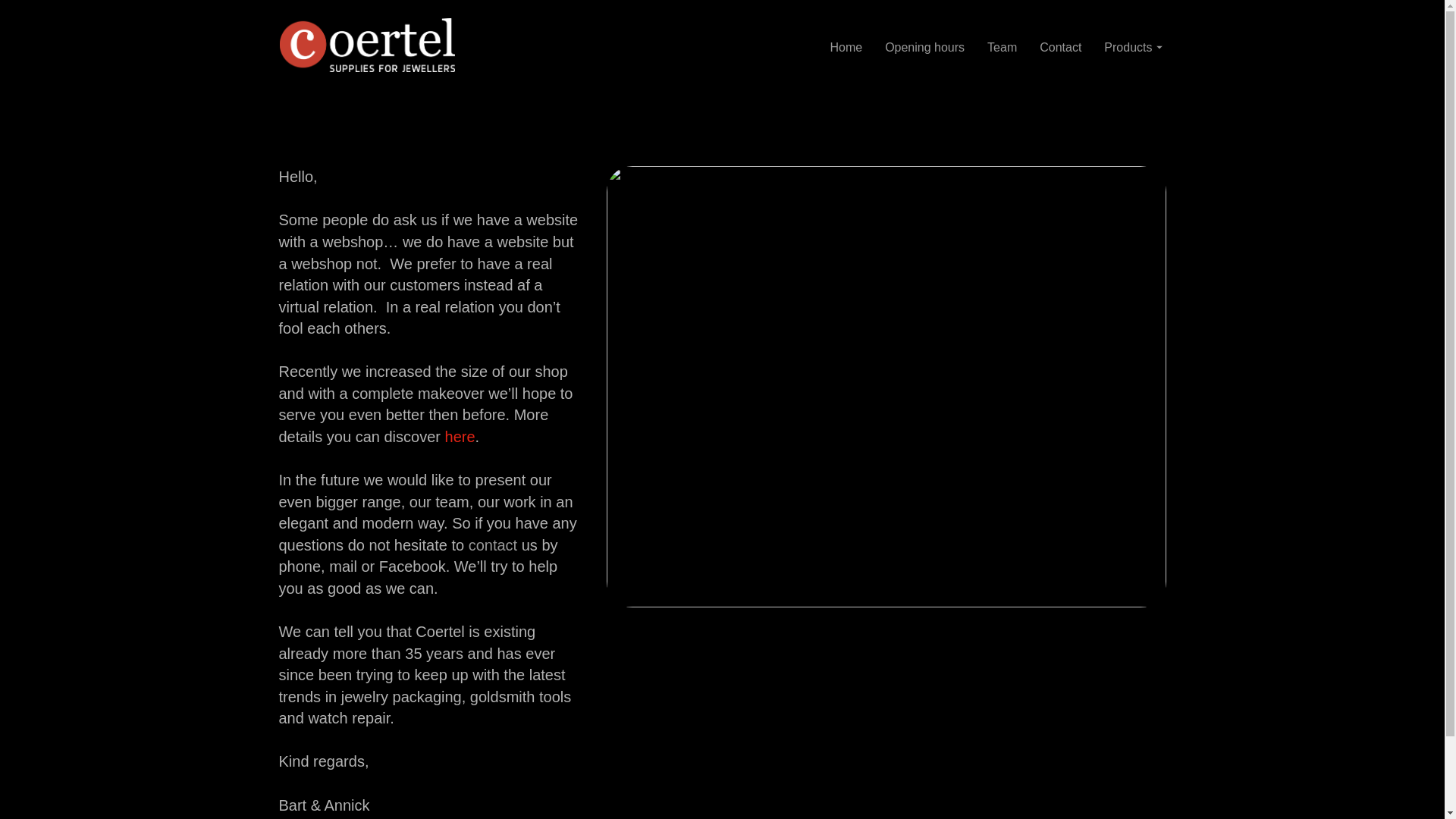 Image resolution: width=1456 pixels, height=819 pixels. I want to click on 'Team', so click(1002, 45).